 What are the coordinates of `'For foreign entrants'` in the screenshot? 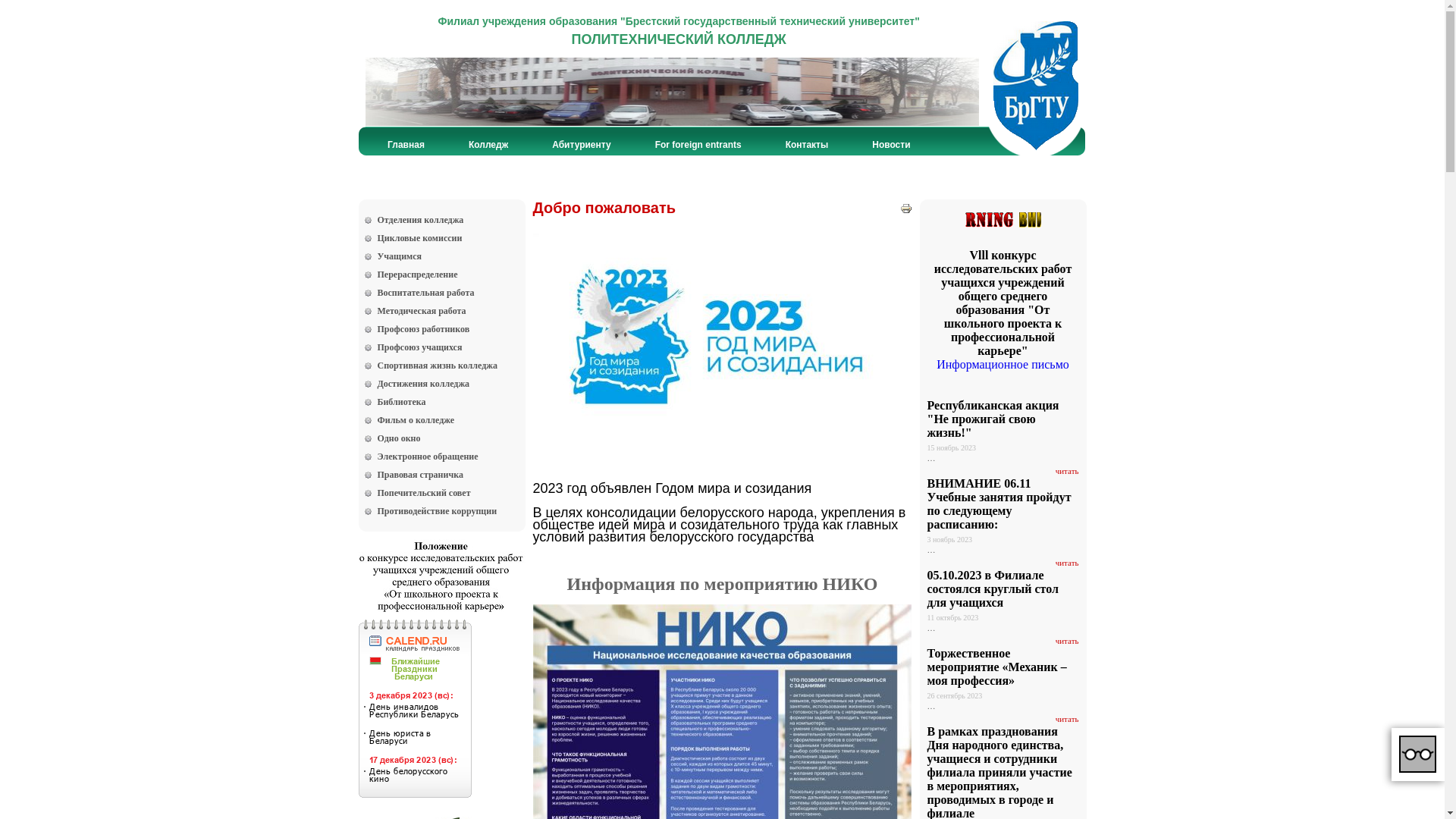 It's located at (698, 145).